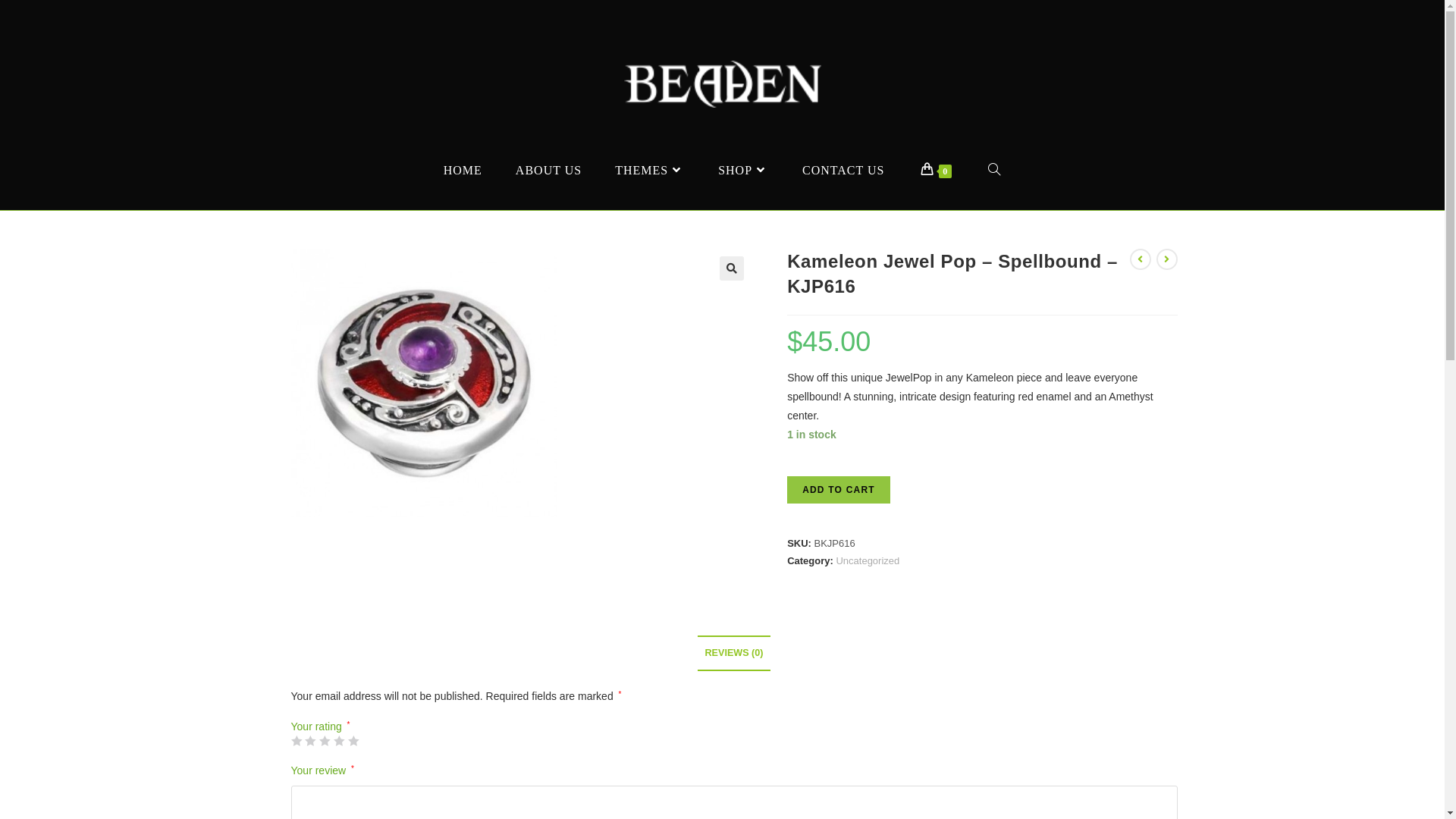  I want to click on '0', so click(903, 170).